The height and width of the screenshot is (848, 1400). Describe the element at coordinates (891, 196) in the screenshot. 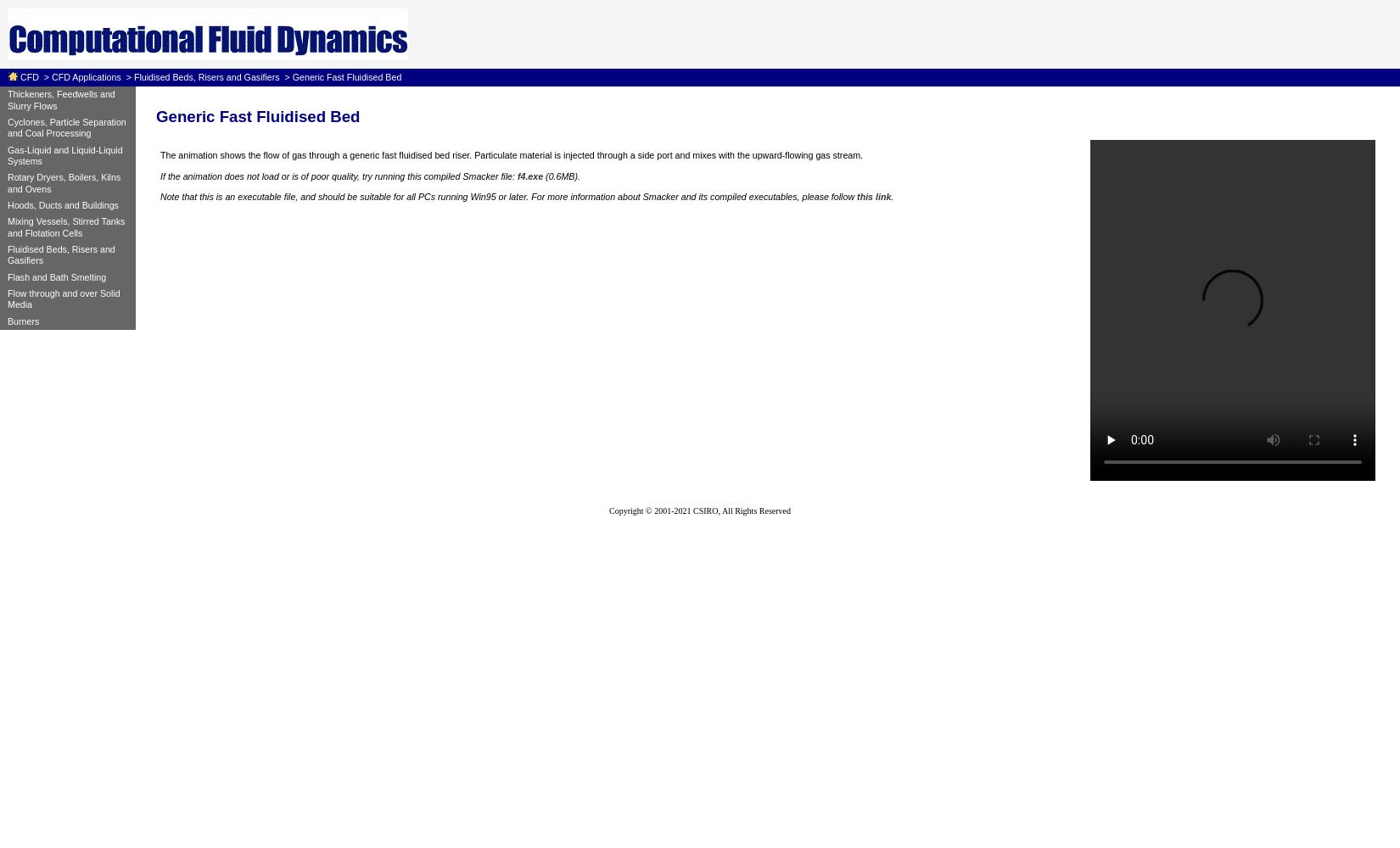

I see `'.'` at that location.